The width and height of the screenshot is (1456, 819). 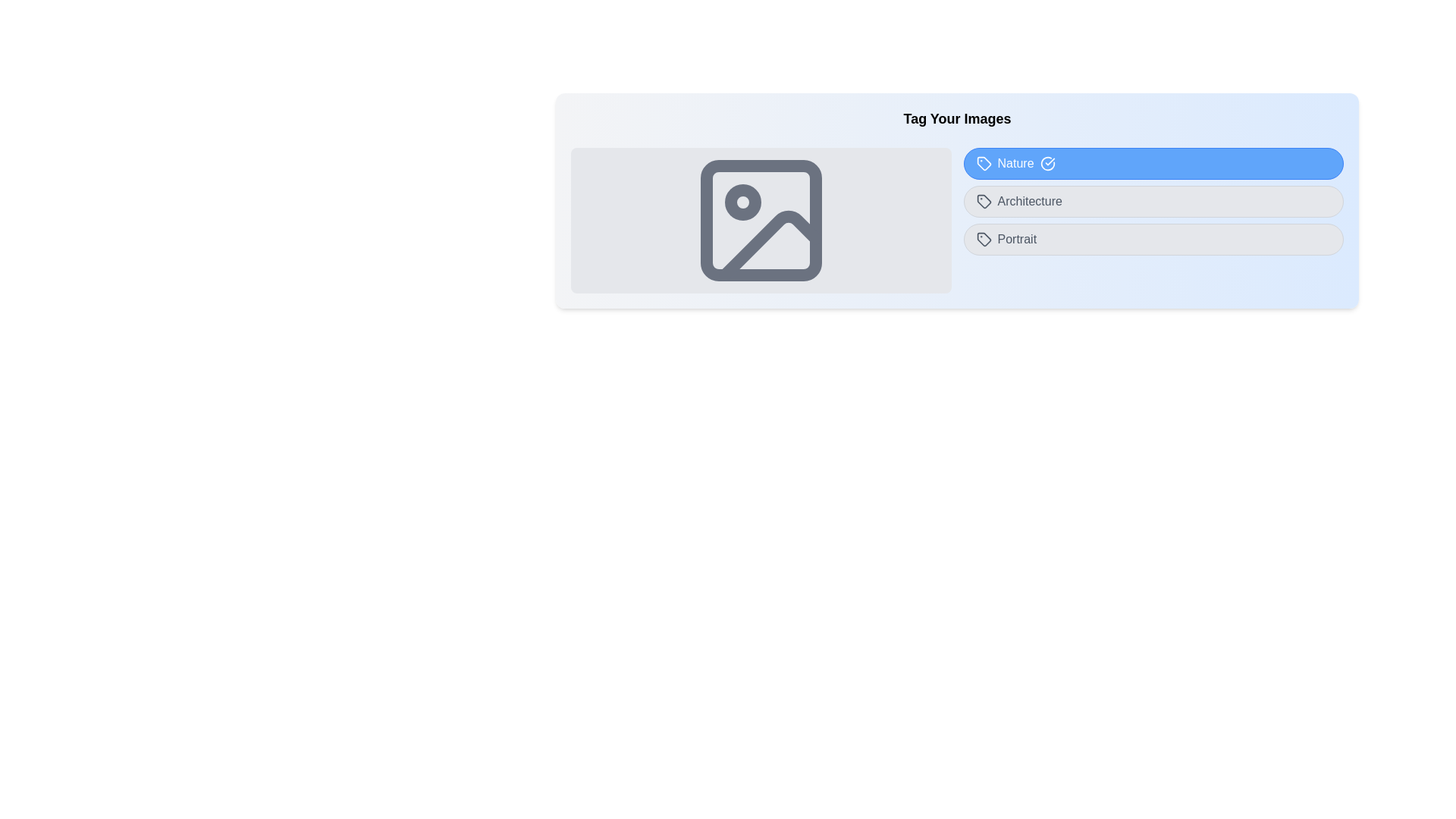 I want to click on the button labeled 'Architecture' to observe its hover effect, so click(x=1153, y=201).